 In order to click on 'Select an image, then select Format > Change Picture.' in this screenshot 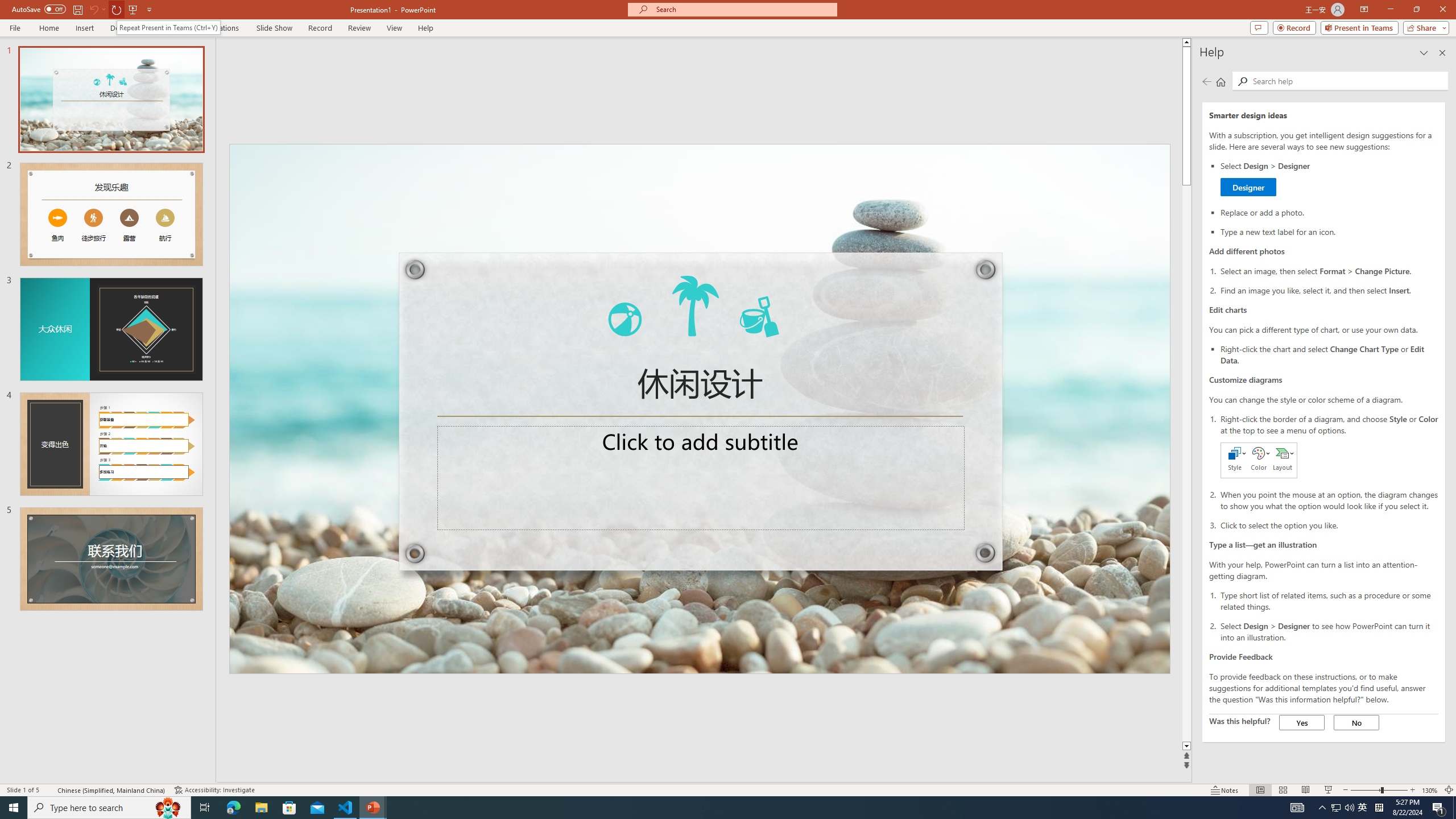, I will do `click(1329, 270)`.